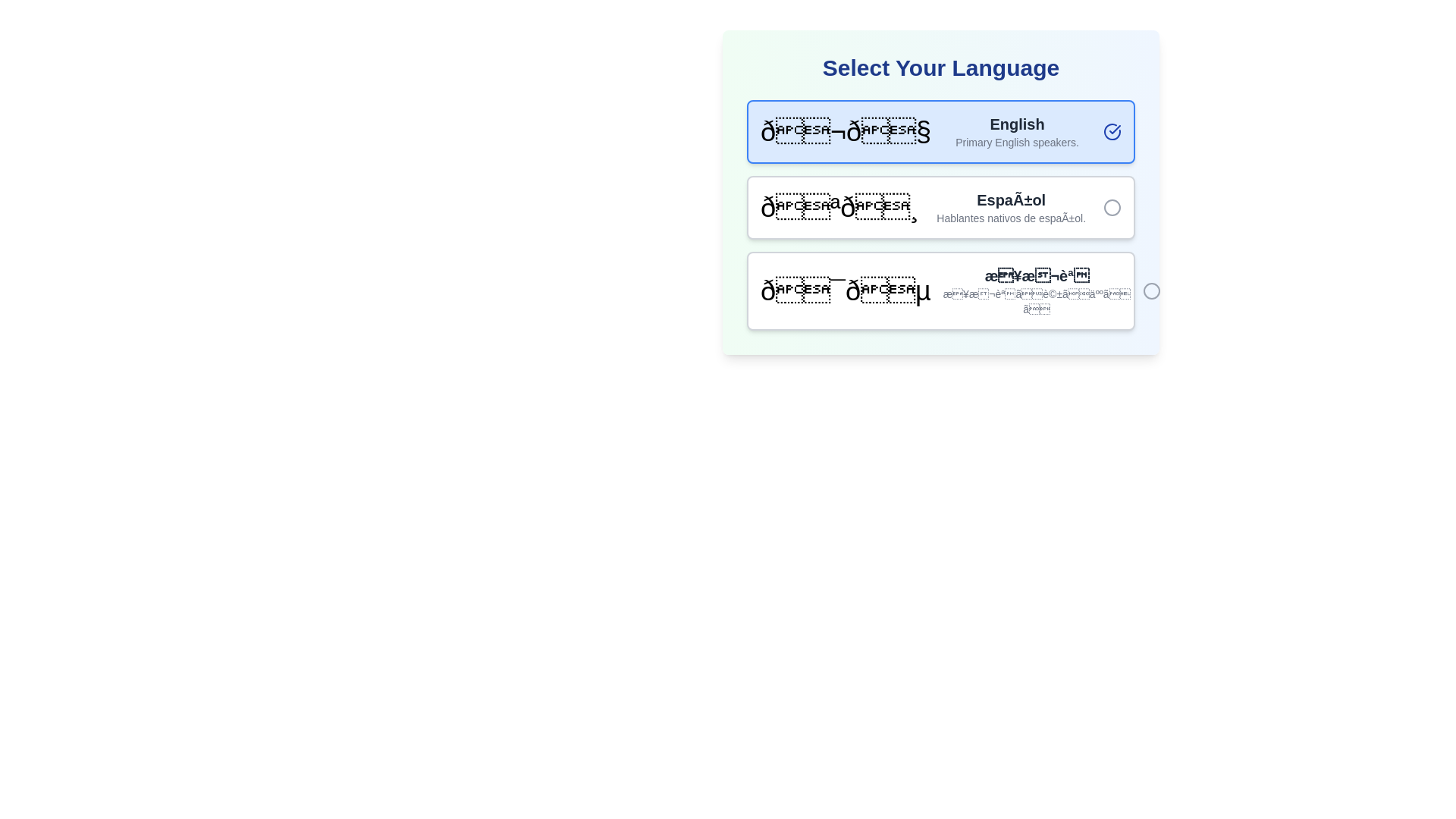 This screenshot has height=819, width=1456. What do you see at coordinates (1151, 291) in the screenshot?
I see `the radio button for the 'Select Your Language' section, which is positioned at the bottom-most option and aligned to the right margin, to possibly reveal additional information` at bounding box center [1151, 291].